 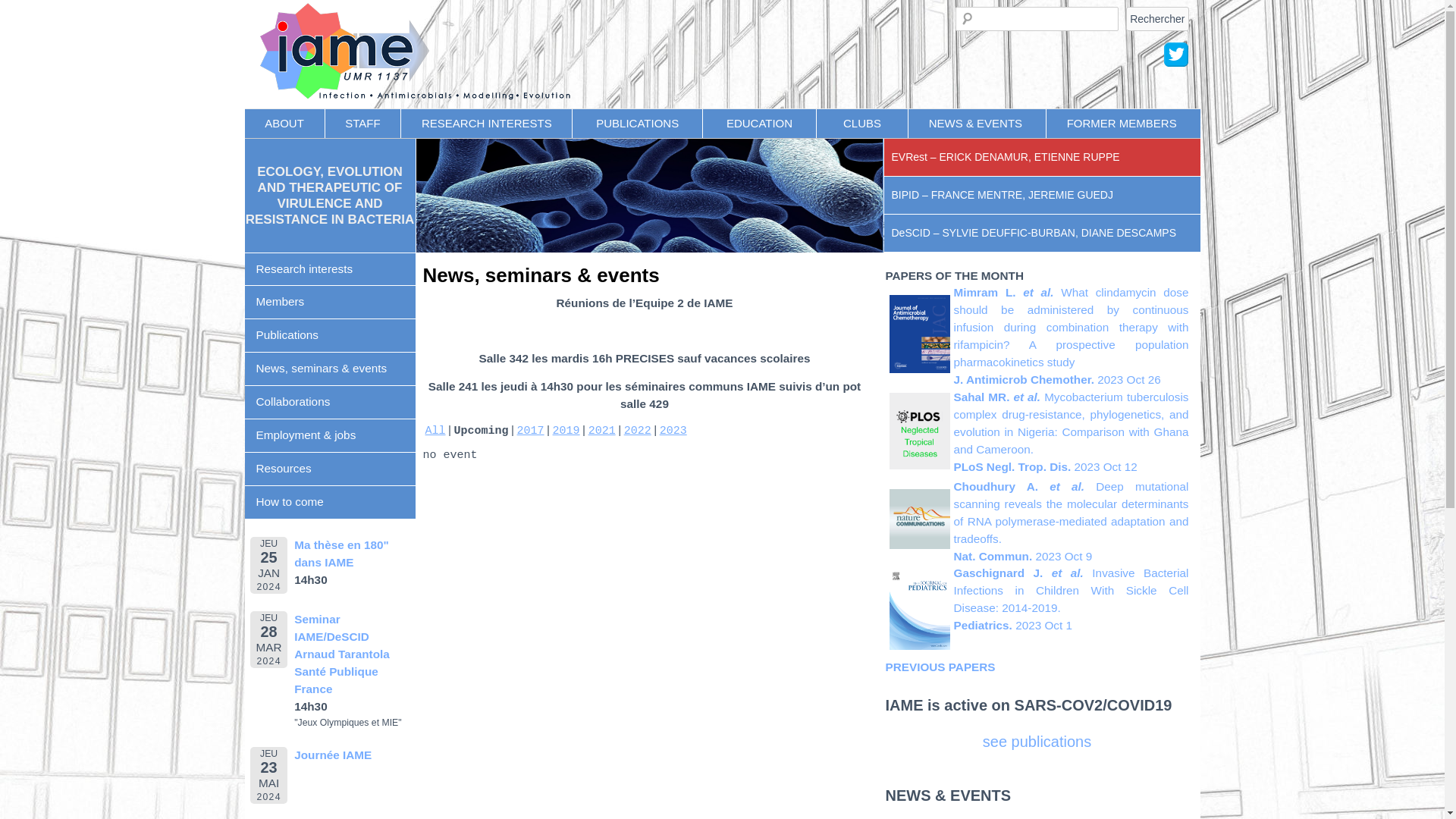 I want to click on 'How to come', so click(x=328, y=503).